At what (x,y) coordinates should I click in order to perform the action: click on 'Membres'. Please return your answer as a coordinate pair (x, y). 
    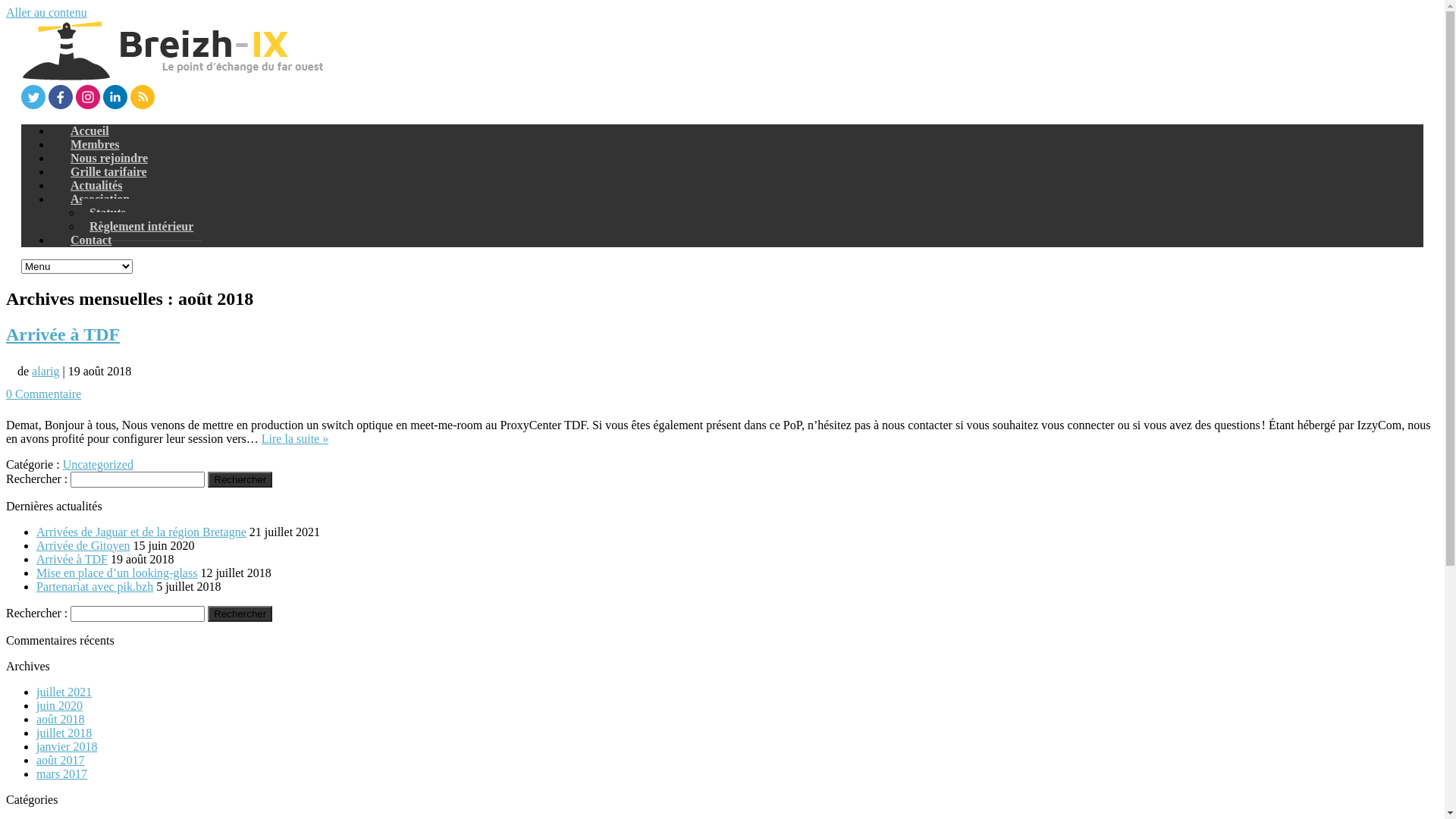
    Looking at the image, I should click on (94, 144).